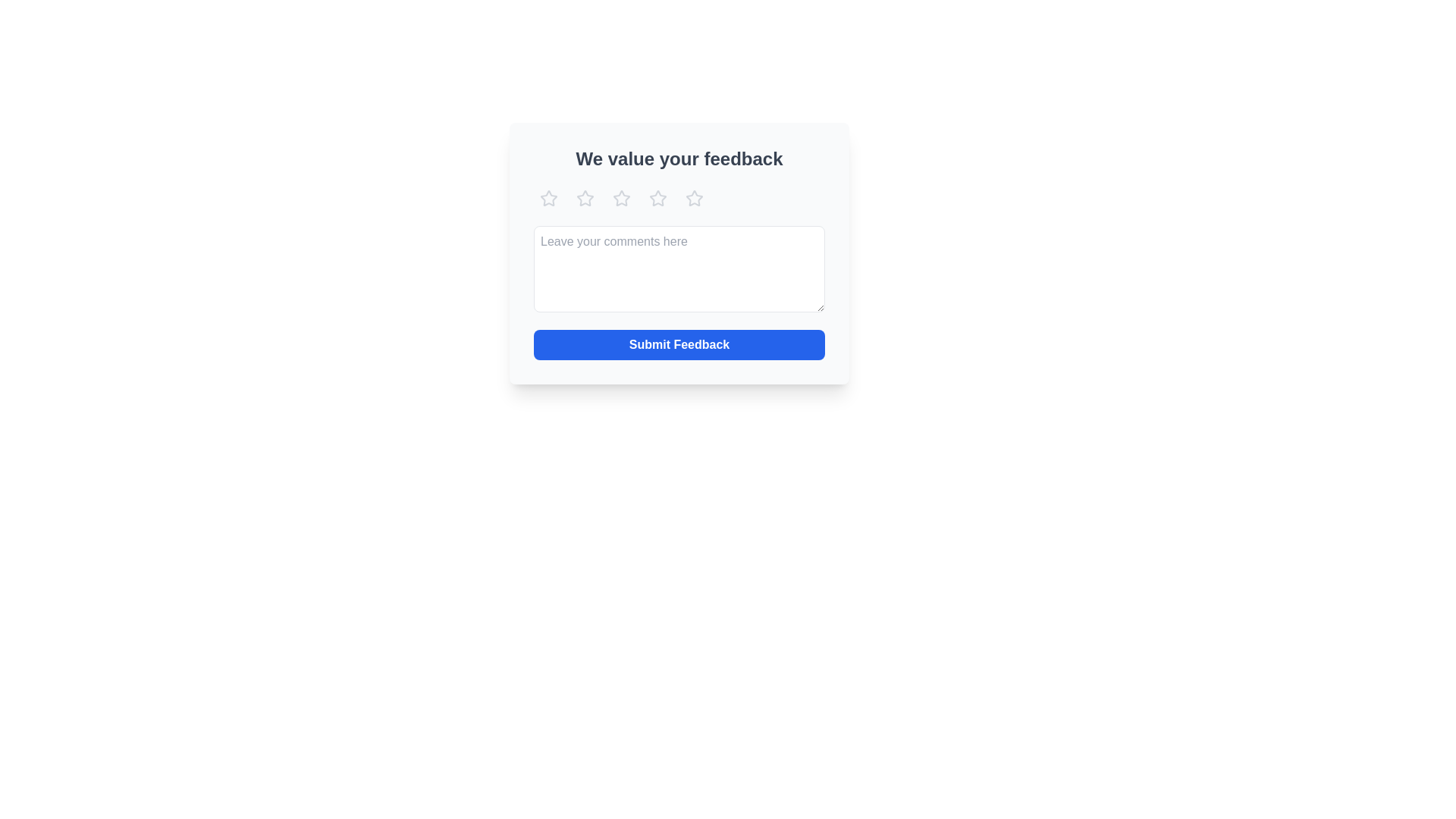 The height and width of the screenshot is (819, 1456). Describe the element at coordinates (548, 198) in the screenshot. I see `the first star icon in the horizontal row of five rating stars to provide a selection preview` at that location.